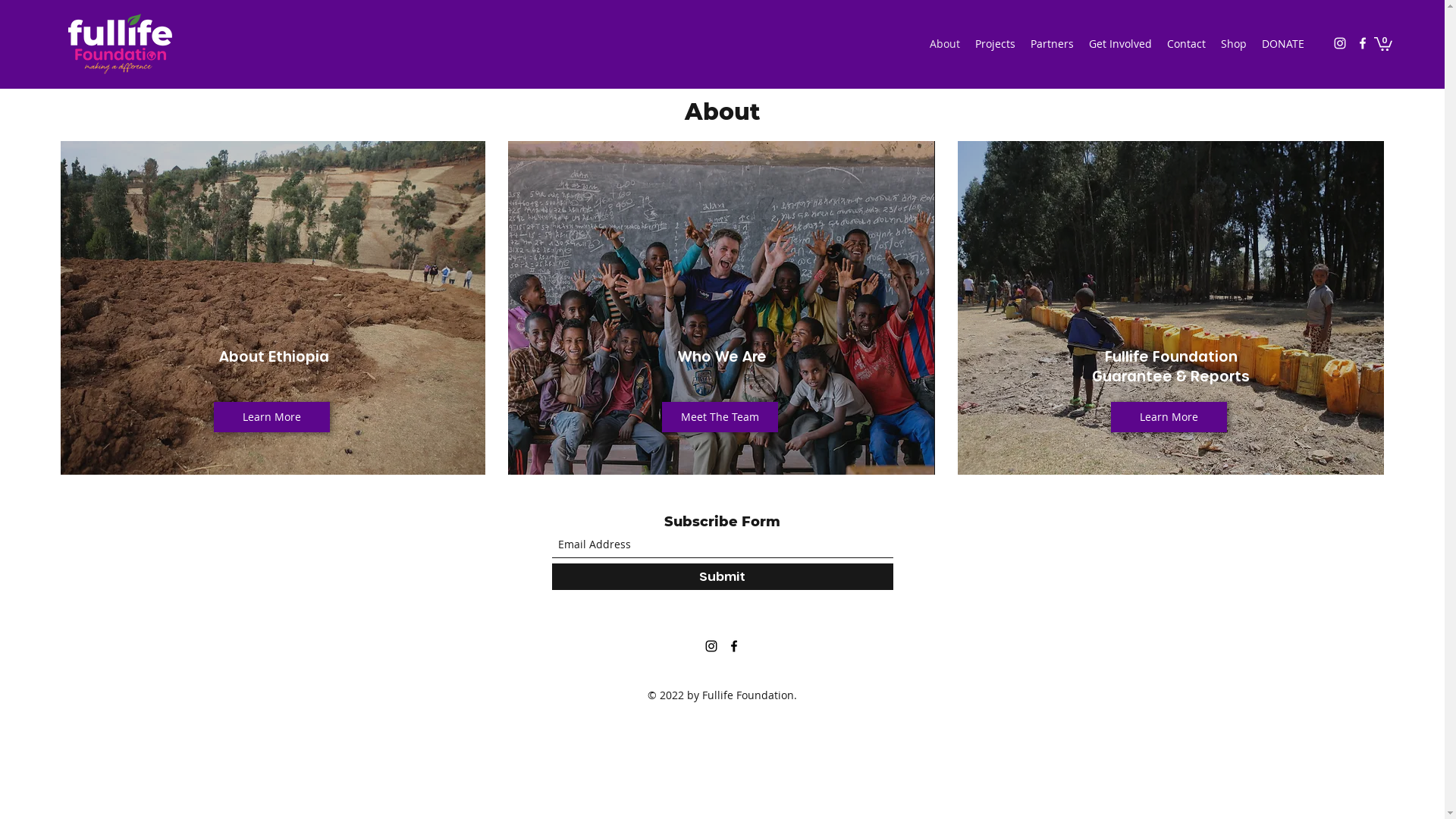 This screenshot has height=819, width=1456. What do you see at coordinates (1159, 42) in the screenshot?
I see `'Contact'` at bounding box center [1159, 42].